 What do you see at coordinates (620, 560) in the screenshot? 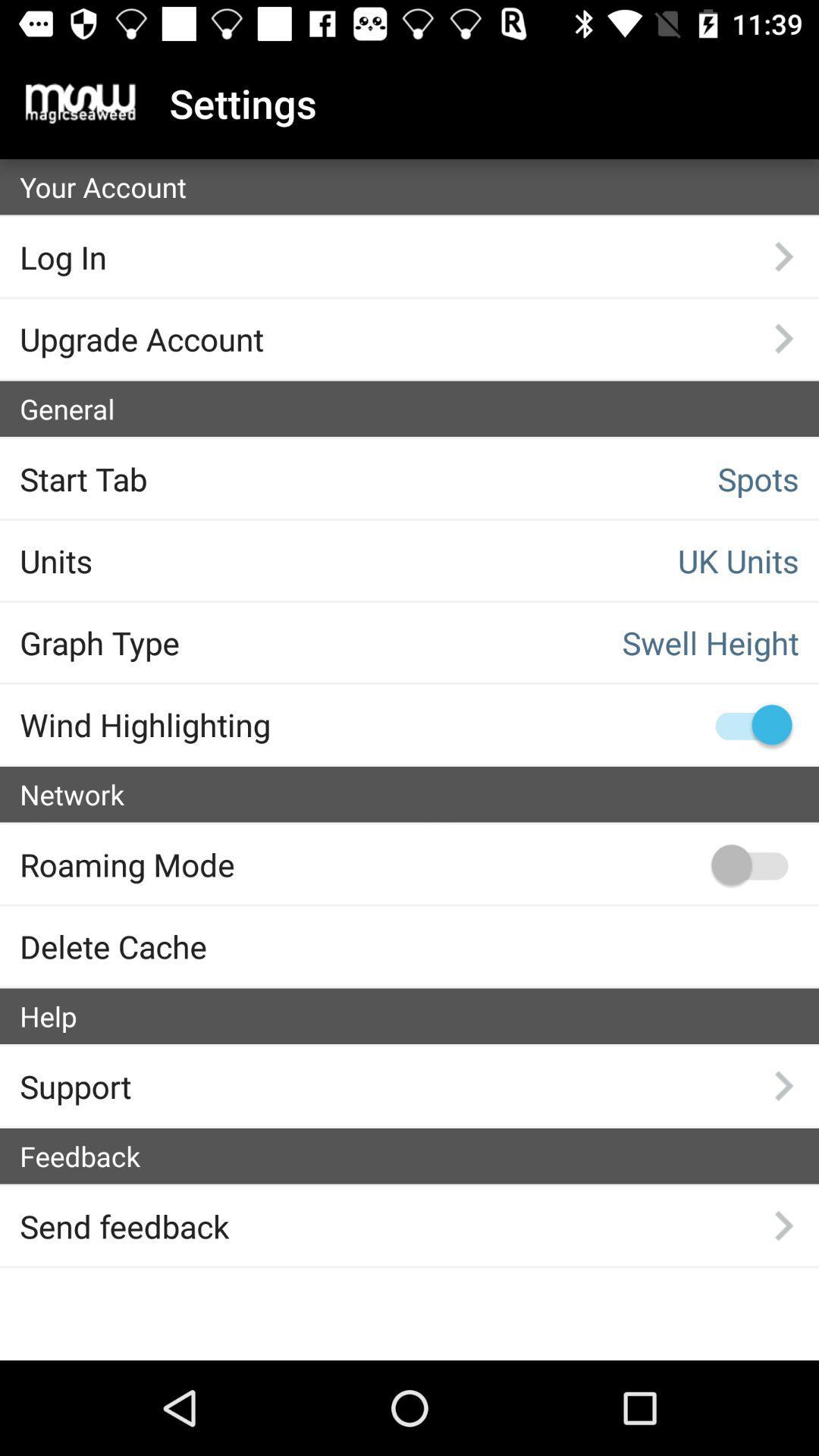
I see `the text below spots` at bounding box center [620, 560].